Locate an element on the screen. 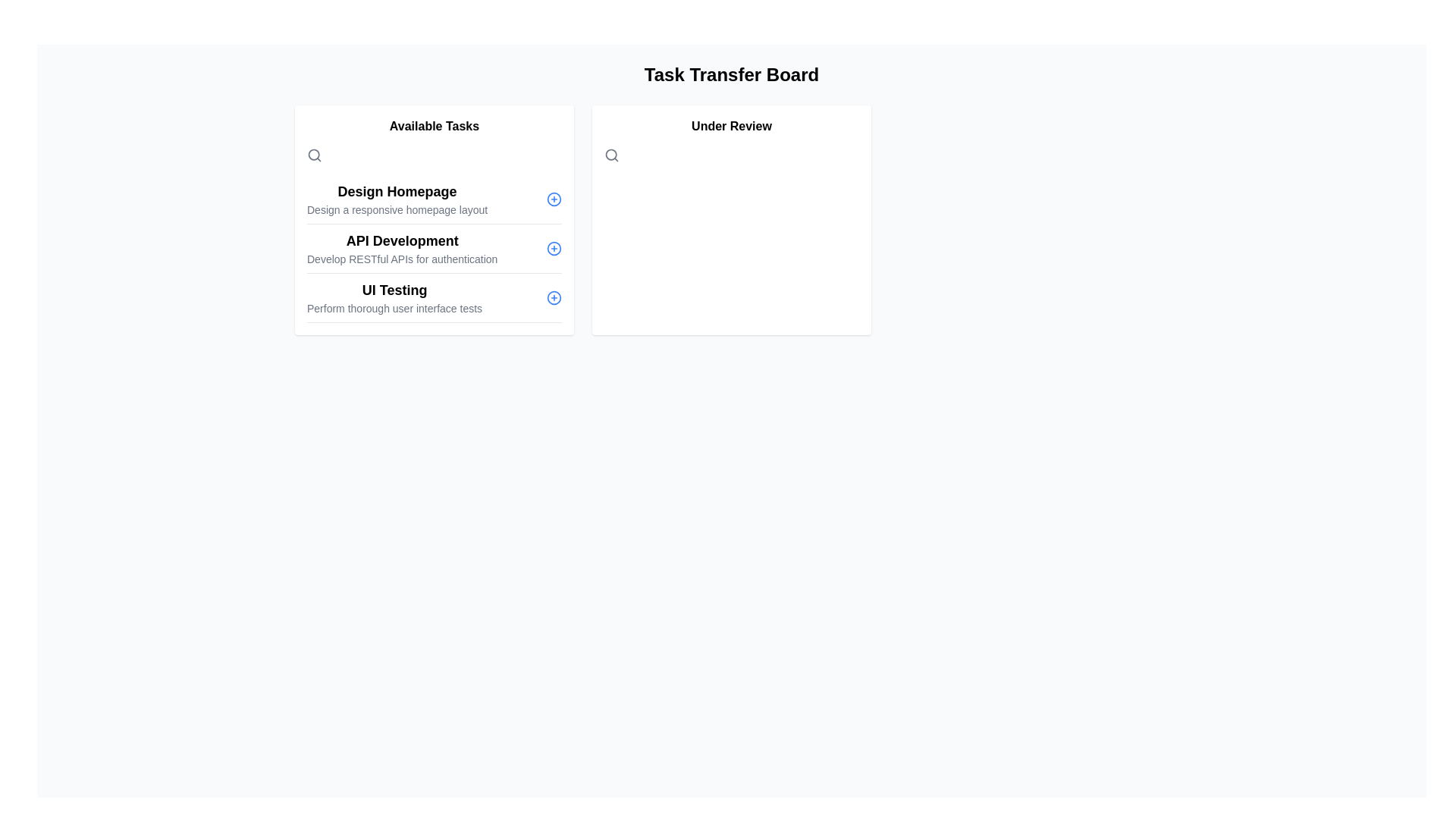 The image size is (1456, 819). the Text display block titled 'API Development', which contains the description 'Develop RESTful APIs for authentication', located in the 'Available Tasks' panel is located at coordinates (402, 247).